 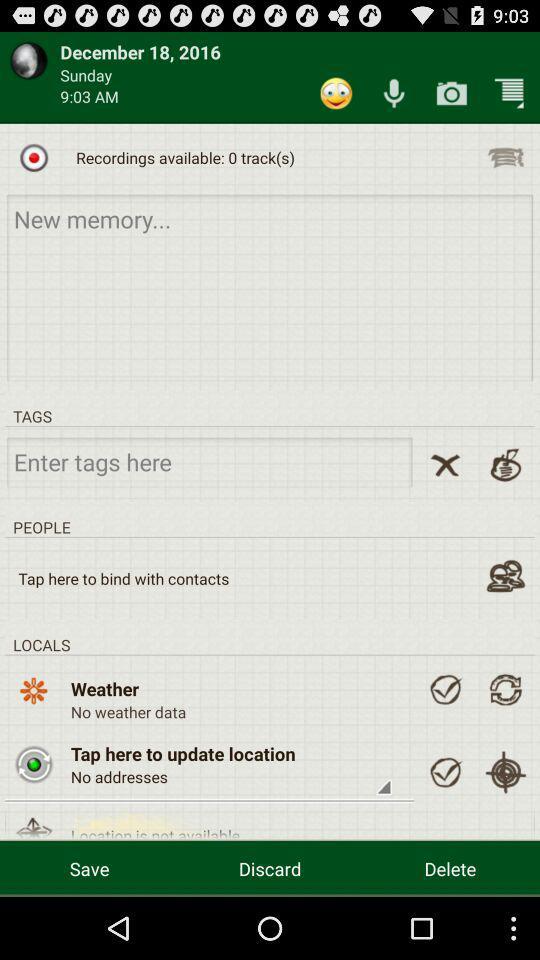 What do you see at coordinates (208, 461) in the screenshot?
I see `tags` at bounding box center [208, 461].